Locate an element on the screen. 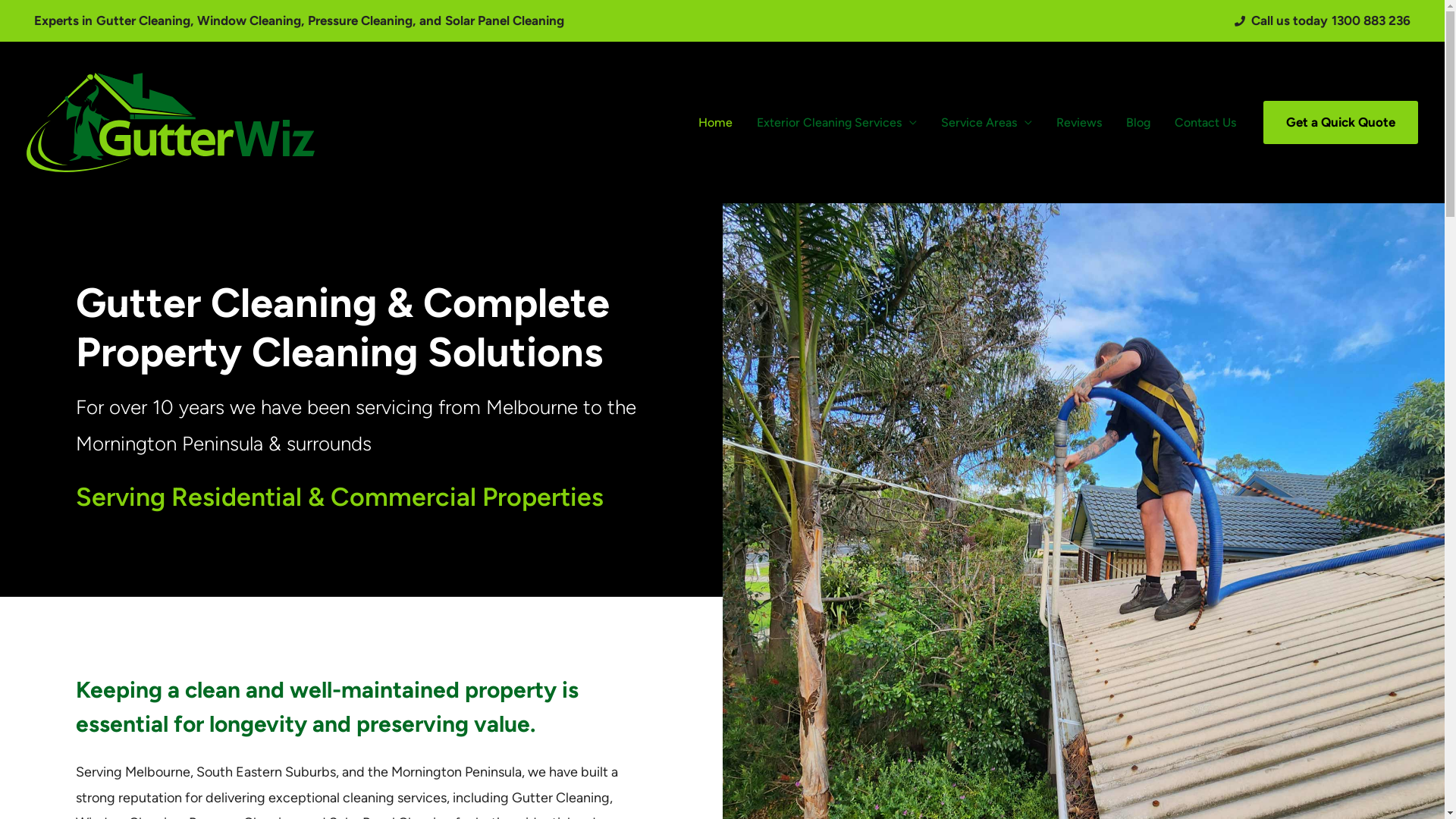  'Reviews' is located at coordinates (1078, 121).